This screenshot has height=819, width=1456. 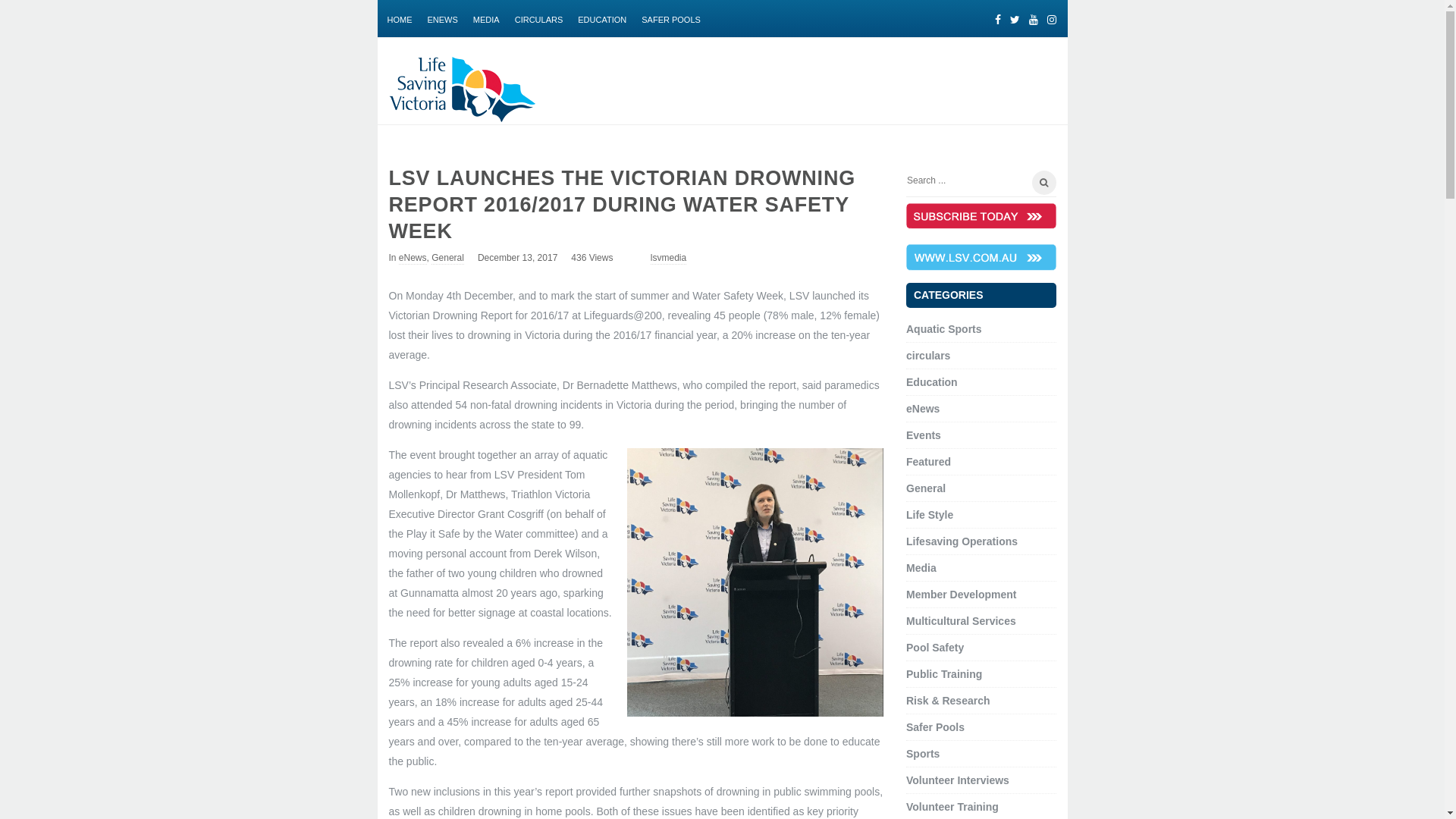 I want to click on 'HOME', so click(x=399, y=18).